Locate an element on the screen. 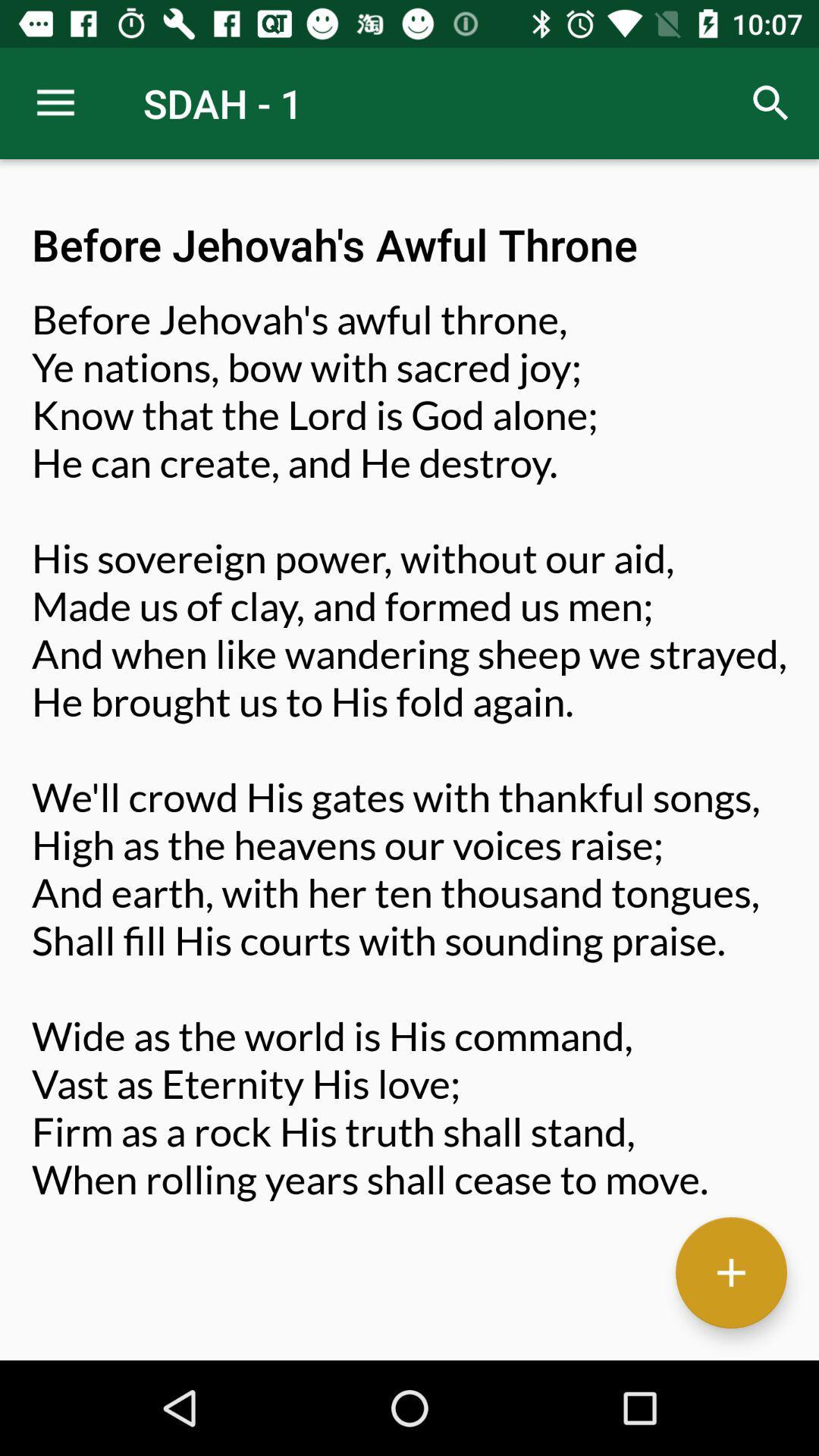  read more is located at coordinates (730, 1272).